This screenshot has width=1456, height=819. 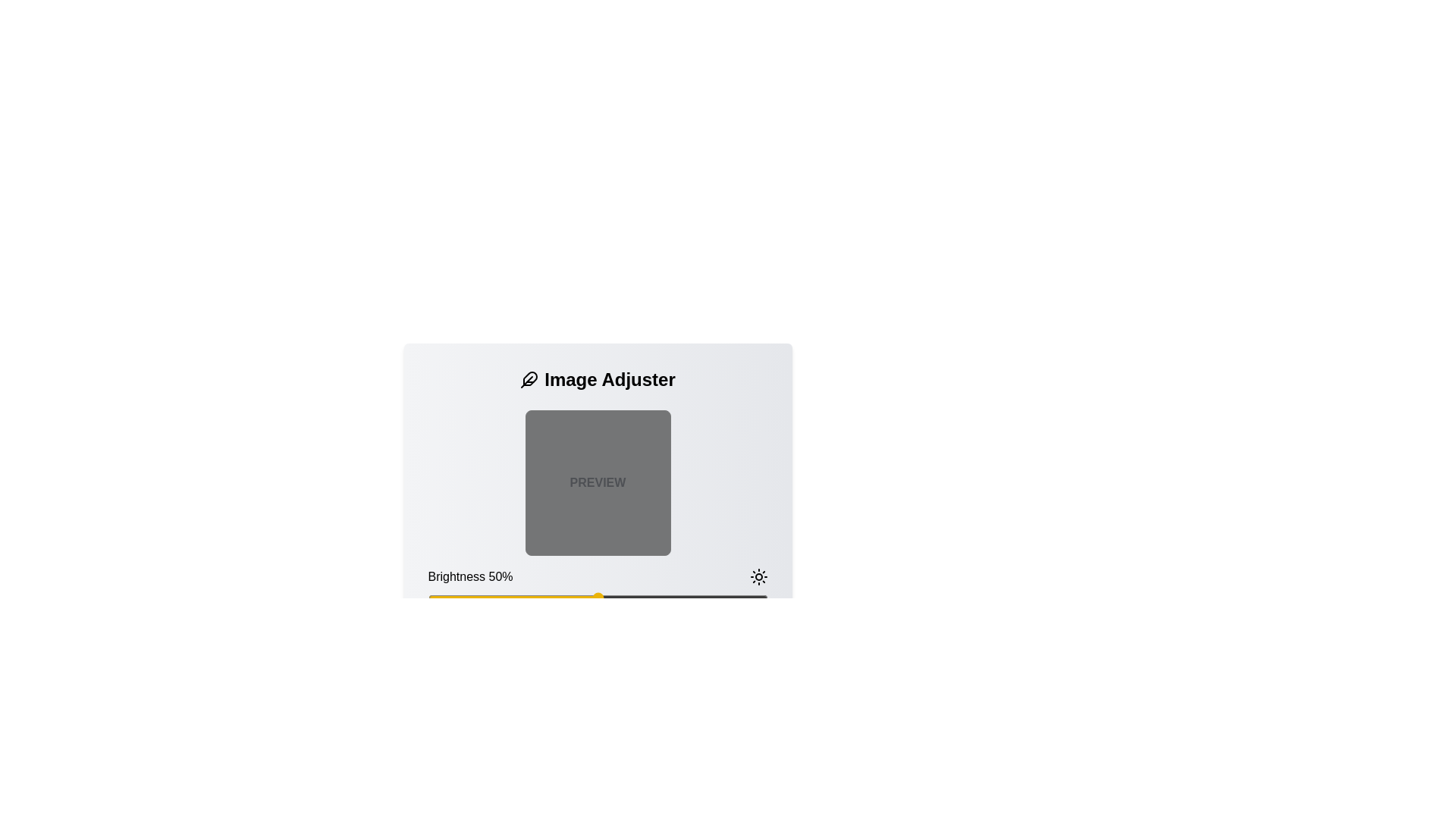 I want to click on the decorative icon featuring a stylized feather quill, which is a vector graphic drawn with thin black lines, located in the top-left corner of the interface, so click(x=530, y=378).